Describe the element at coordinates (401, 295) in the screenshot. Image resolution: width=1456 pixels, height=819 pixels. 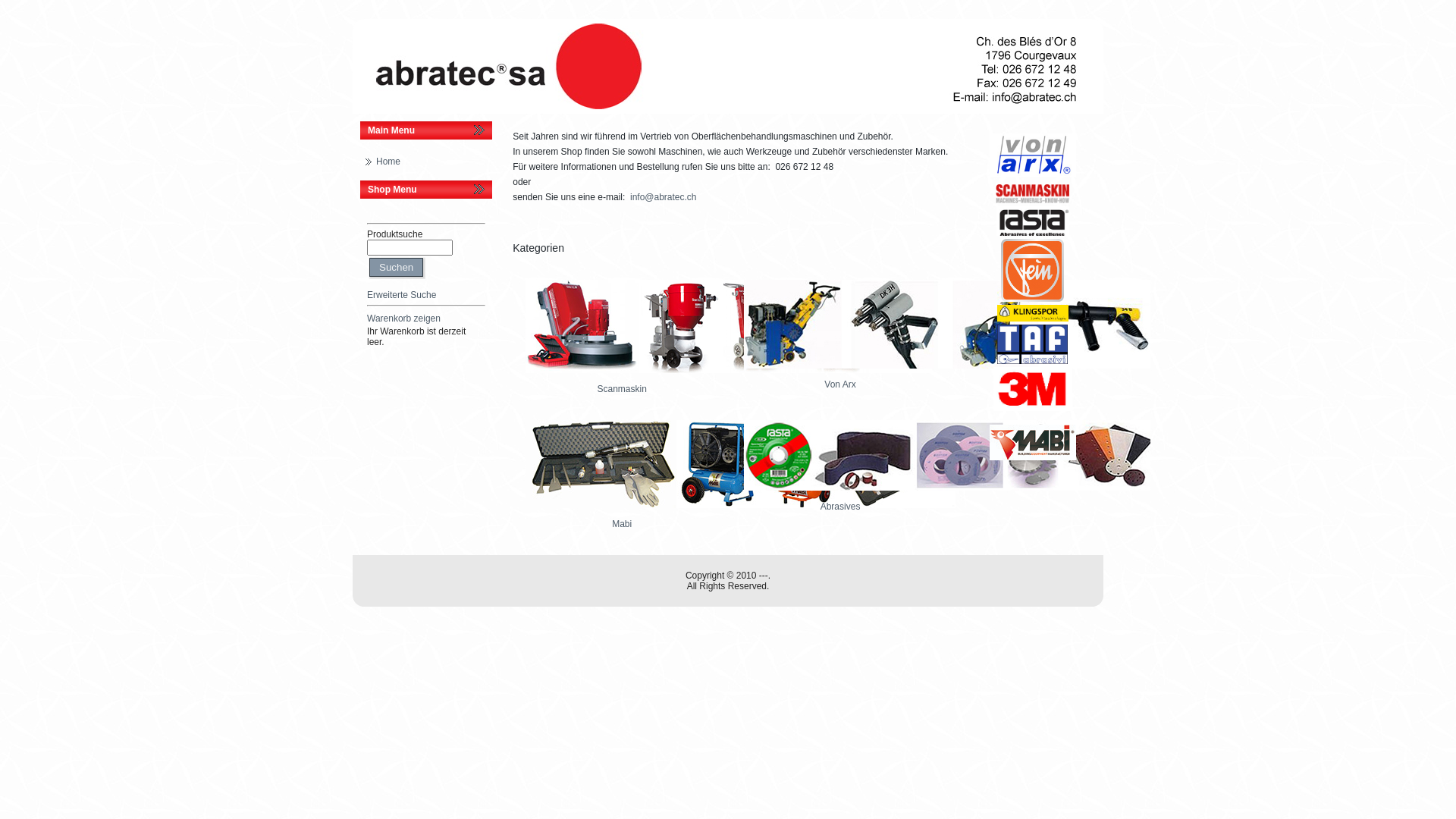
I see `'Erweiterte Suche'` at that location.